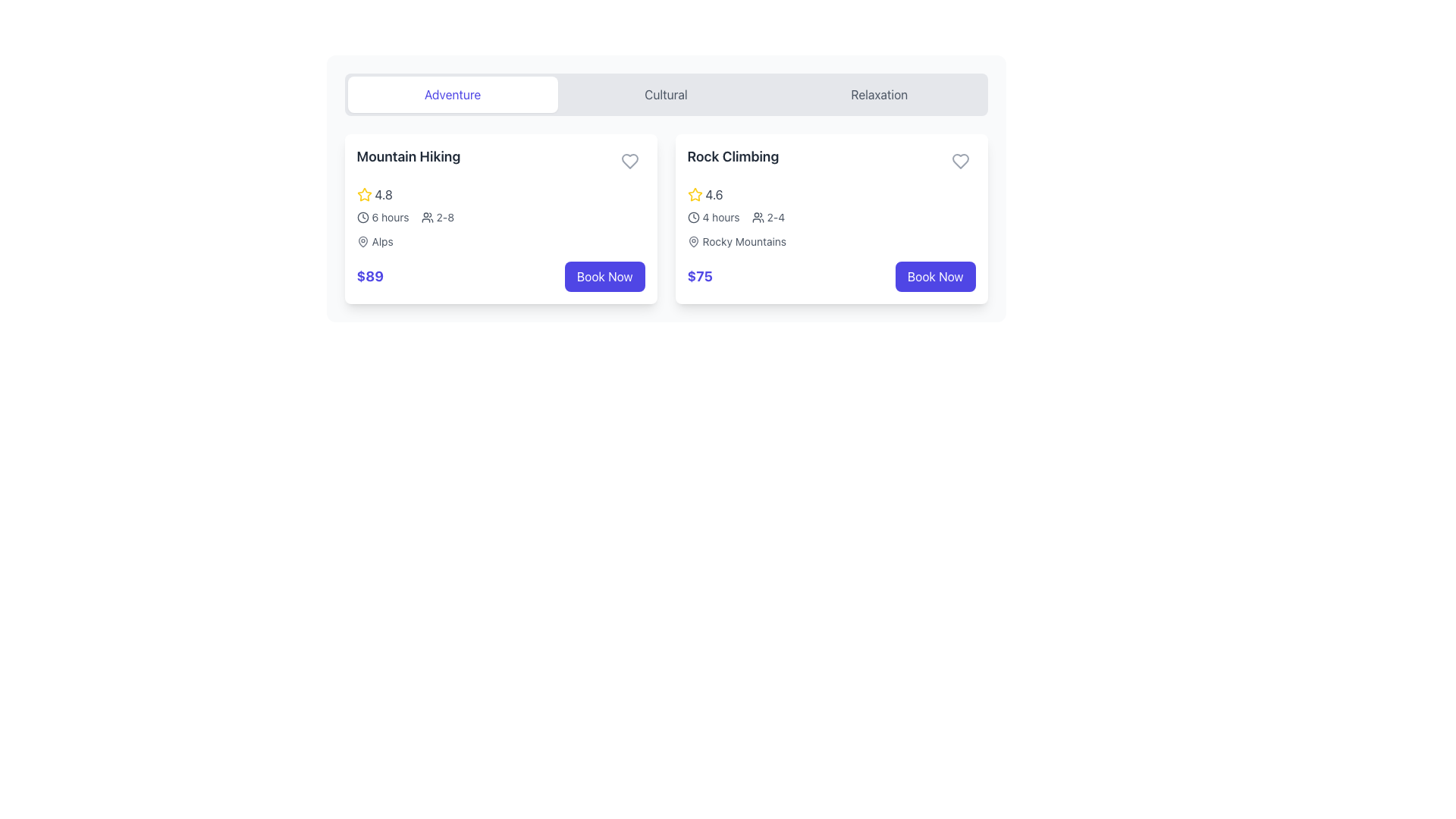 The height and width of the screenshot is (819, 1456). I want to click on the clock icon representing the time duration of 6 hours for the 'Mountain Hiking' card in the 'Adventure' category section, so click(362, 217).